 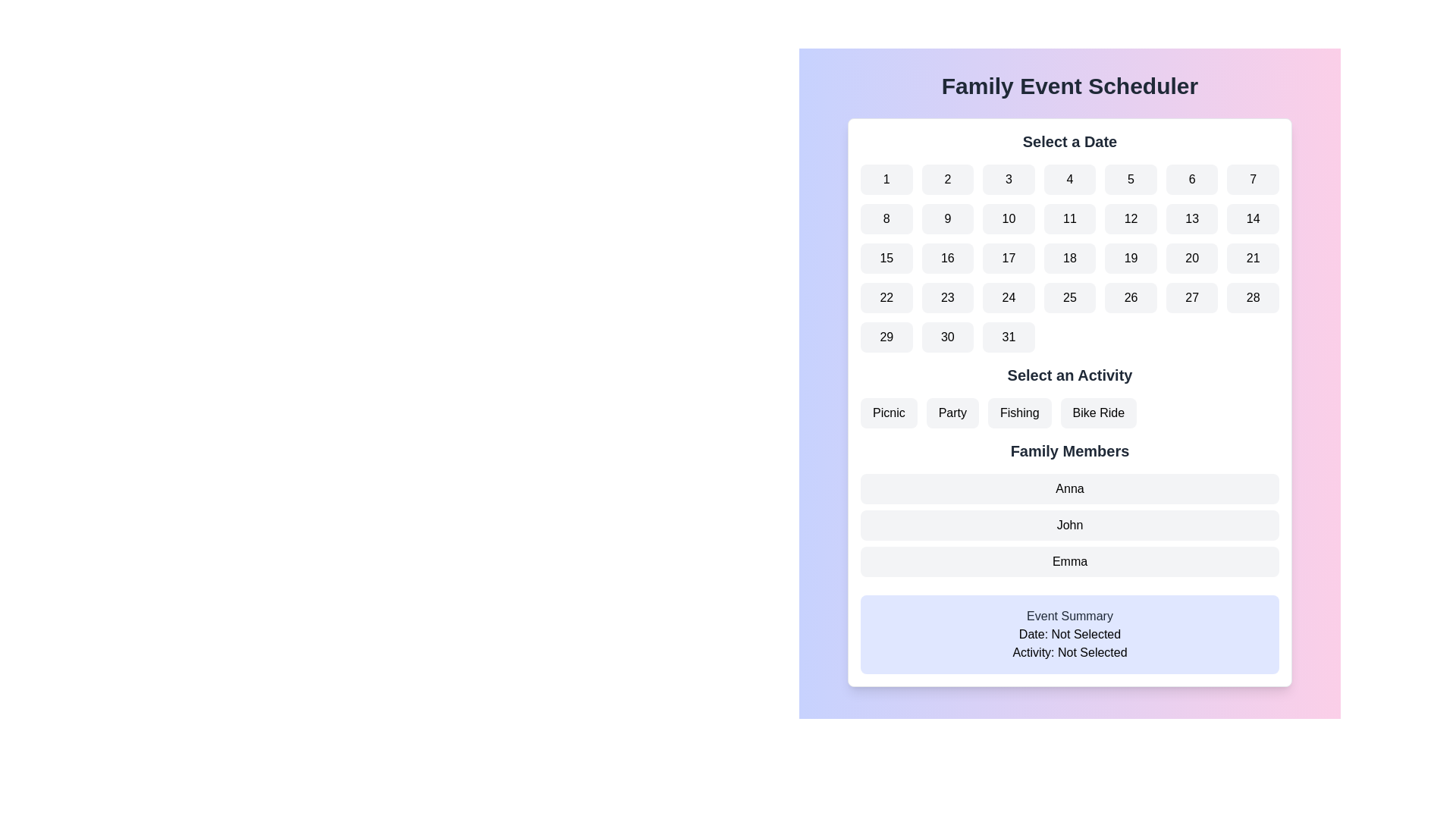 I want to click on the rounded rectangular button with a light gray background containing the number '6', so click(x=1191, y=178).